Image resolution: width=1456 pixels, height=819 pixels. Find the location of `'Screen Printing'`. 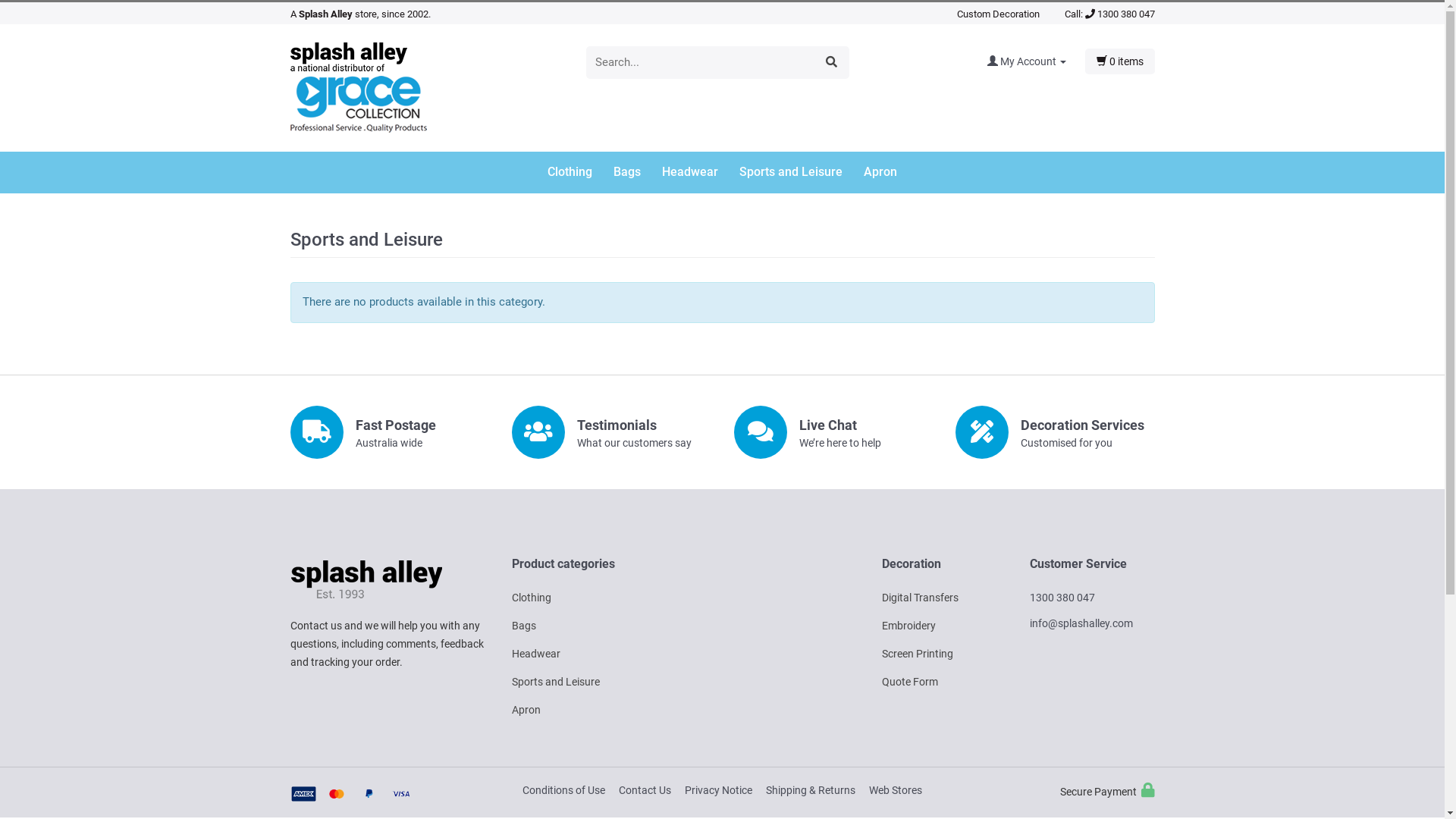

'Screen Printing' is located at coordinates (916, 652).